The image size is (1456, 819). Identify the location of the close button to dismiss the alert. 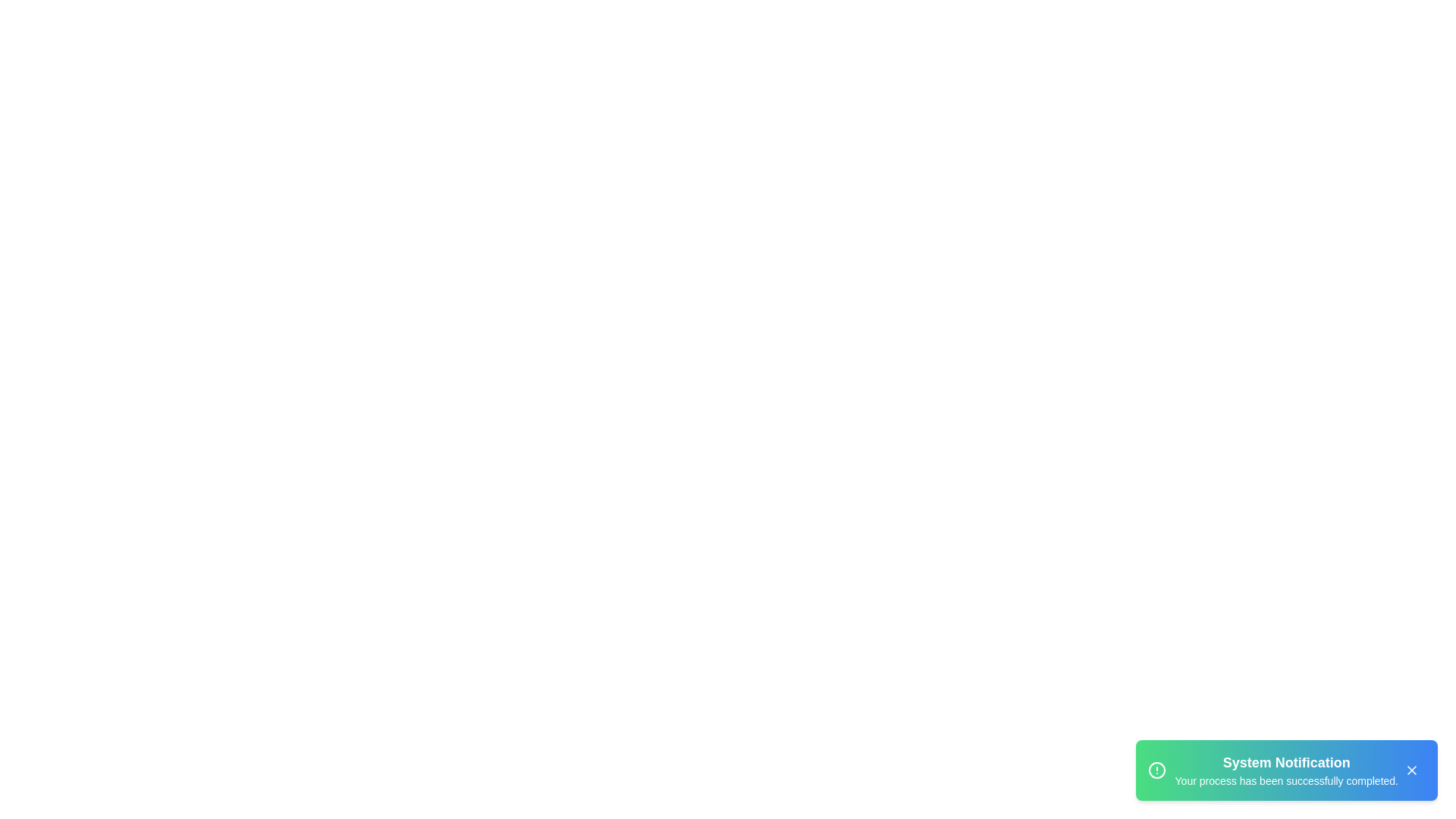
(1411, 770).